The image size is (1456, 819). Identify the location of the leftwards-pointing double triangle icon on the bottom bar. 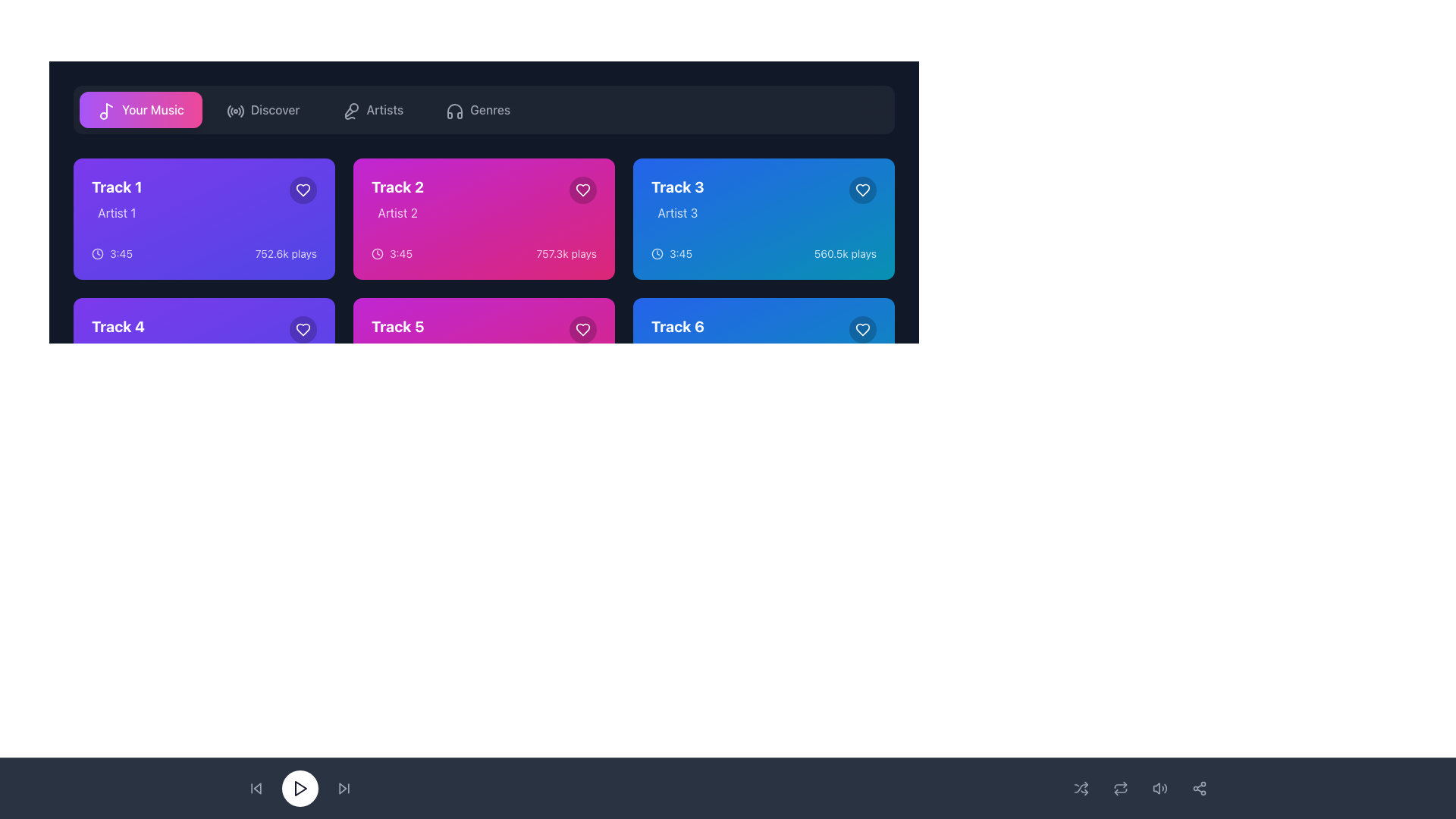
(256, 788).